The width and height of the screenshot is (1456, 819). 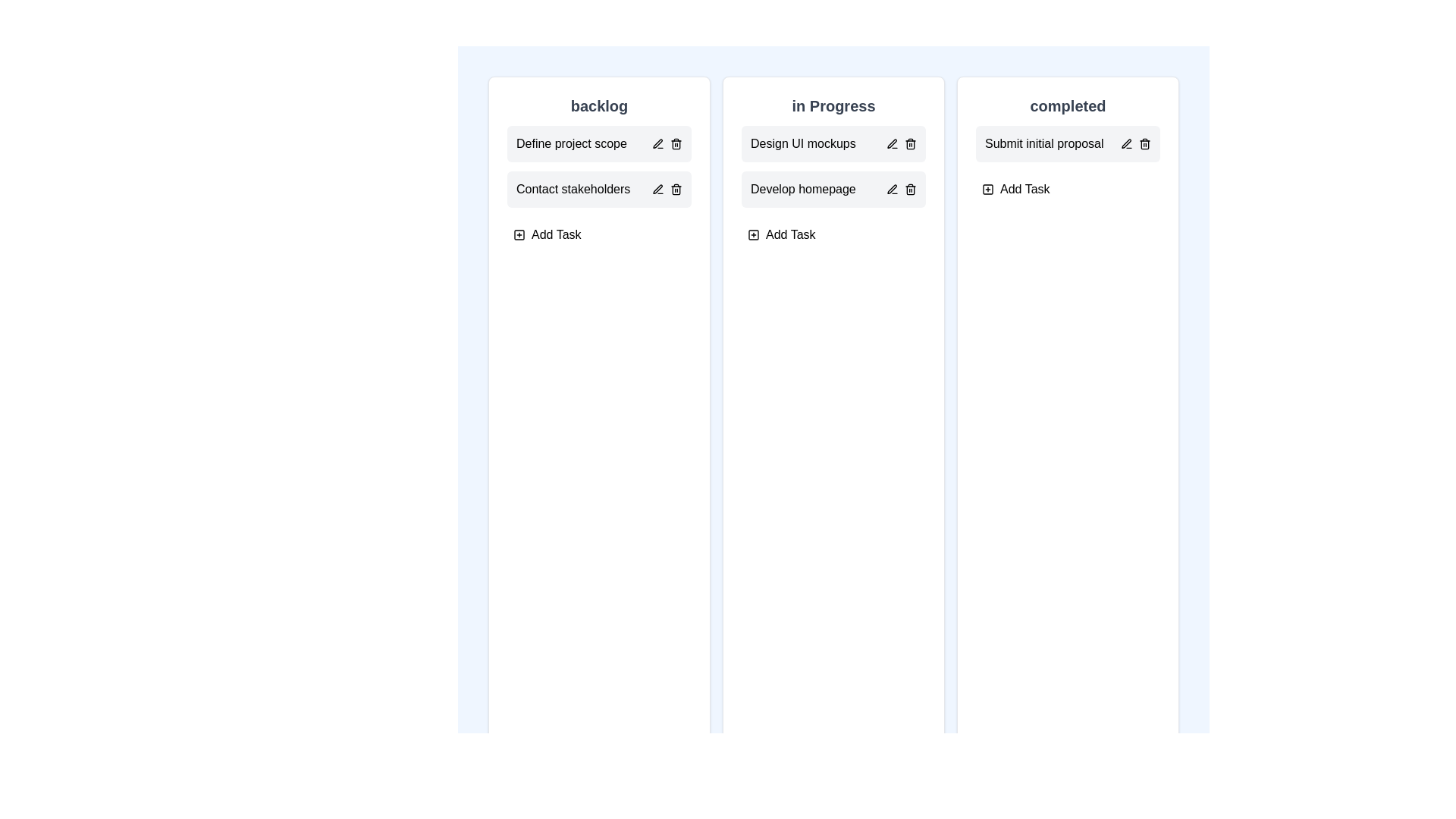 What do you see at coordinates (658, 189) in the screenshot?
I see `the edit icon of the task 'Contact stakeholders' in the 'backlog' column` at bounding box center [658, 189].